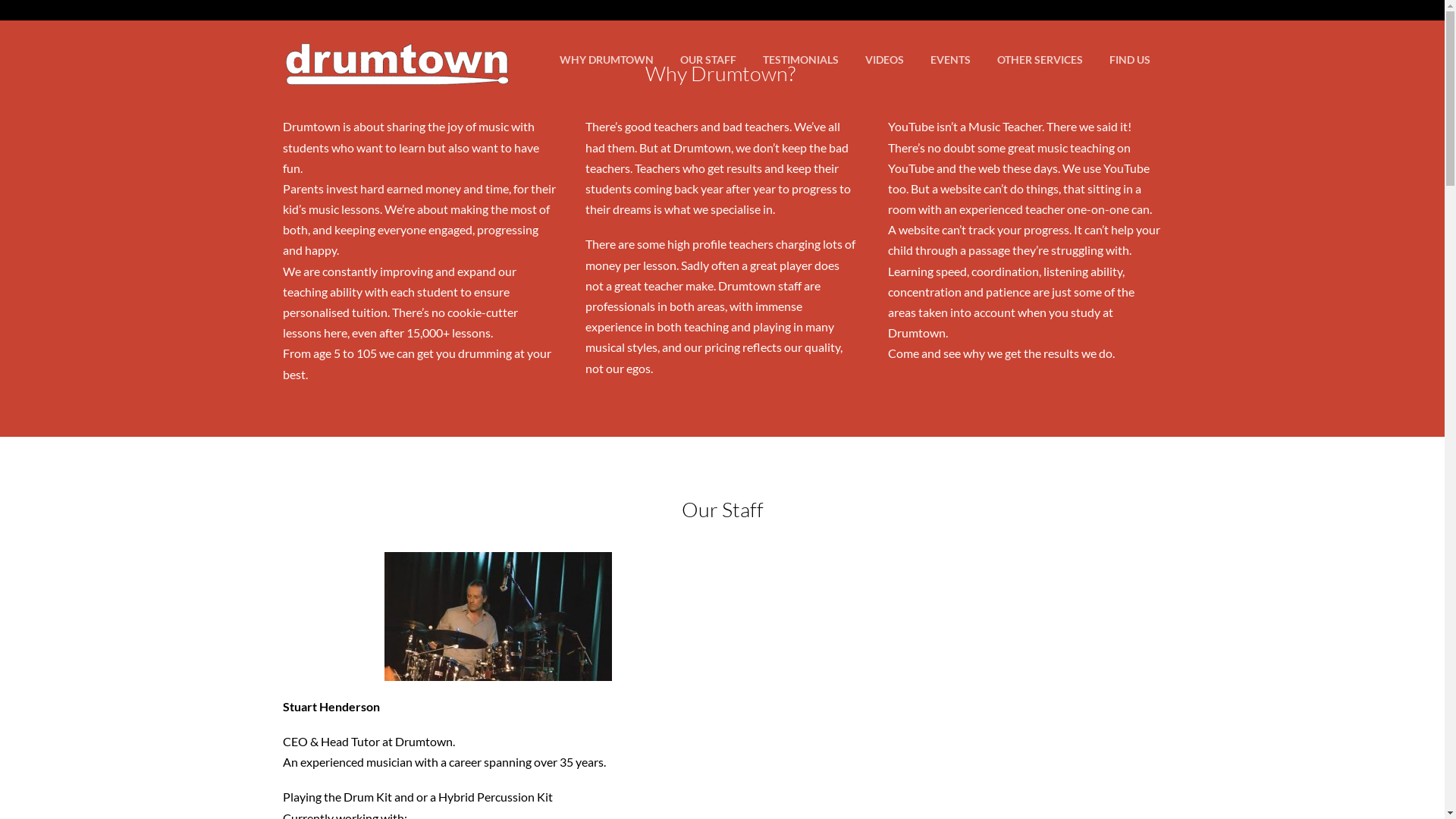 Image resolution: width=1456 pixels, height=819 pixels. I want to click on 'EVENTS', so click(949, 59).